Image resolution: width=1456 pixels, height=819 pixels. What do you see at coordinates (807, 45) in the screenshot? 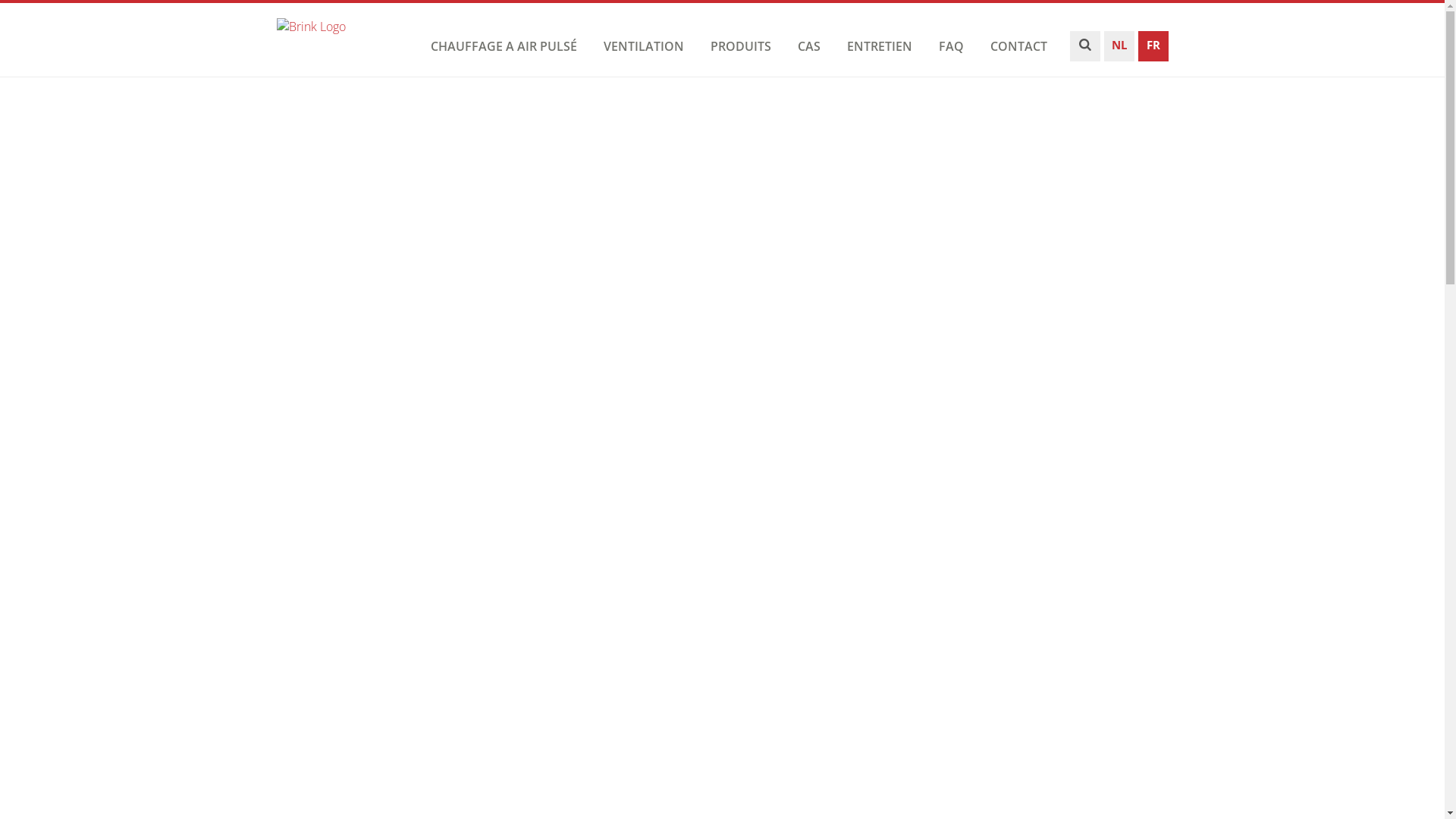
I see `'CAS'` at bounding box center [807, 45].